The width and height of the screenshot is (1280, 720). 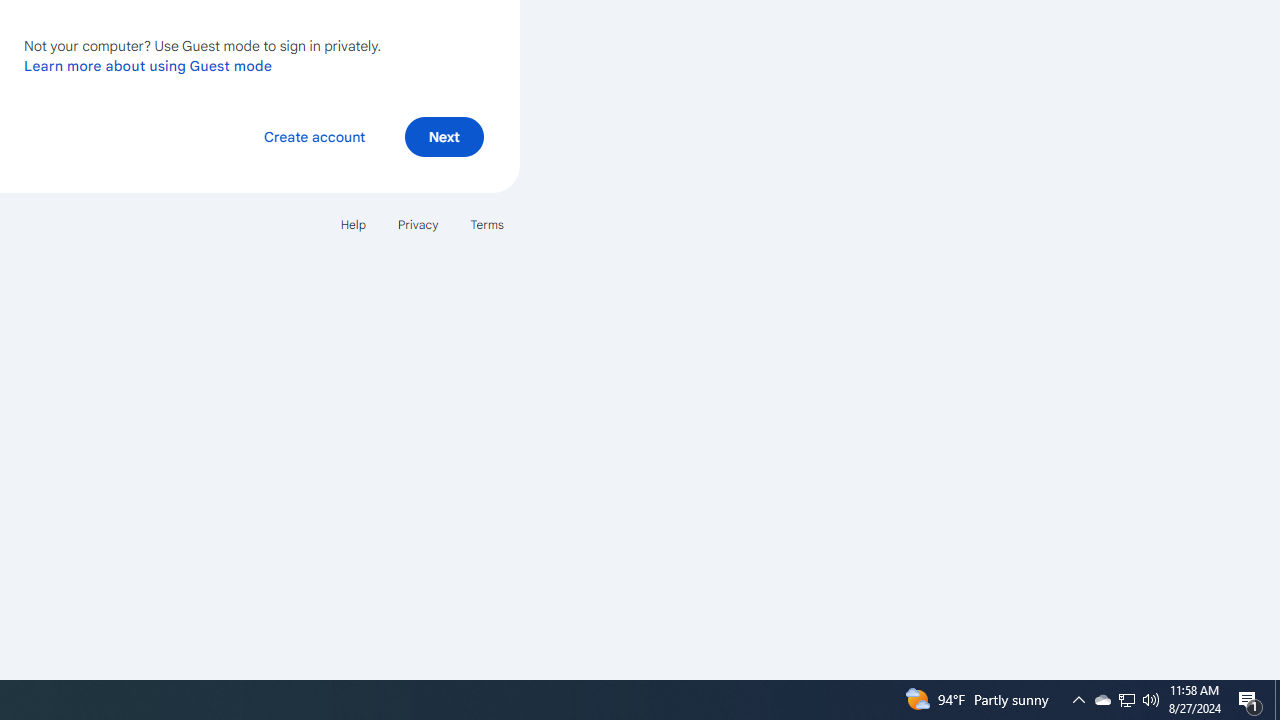 I want to click on 'Create account', so click(x=313, y=135).